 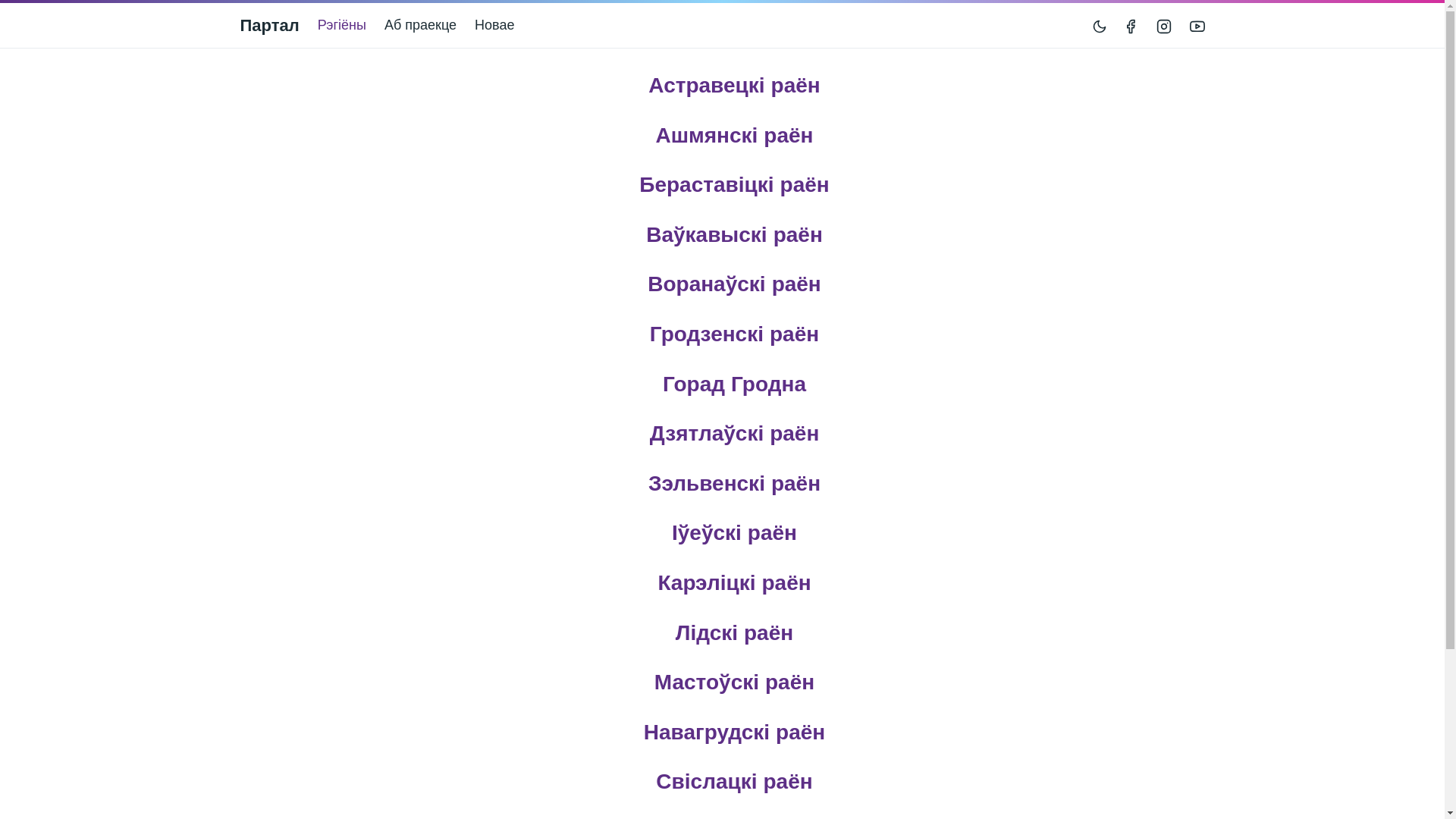 What do you see at coordinates (1163, 25) in the screenshot?
I see `'Instagram'` at bounding box center [1163, 25].